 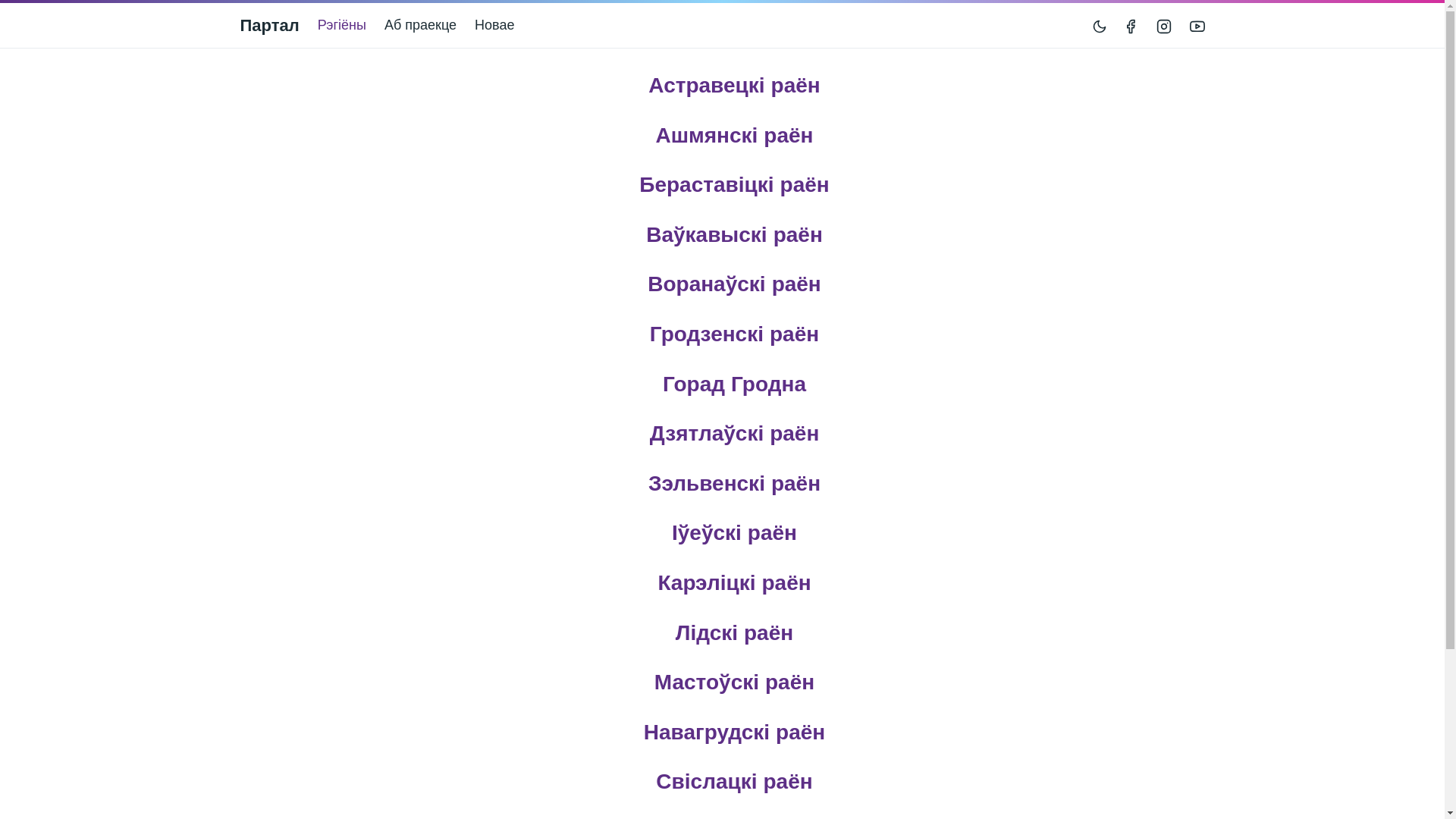 What do you see at coordinates (1163, 25) in the screenshot?
I see `'Instagram'` at bounding box center [1163, 25].